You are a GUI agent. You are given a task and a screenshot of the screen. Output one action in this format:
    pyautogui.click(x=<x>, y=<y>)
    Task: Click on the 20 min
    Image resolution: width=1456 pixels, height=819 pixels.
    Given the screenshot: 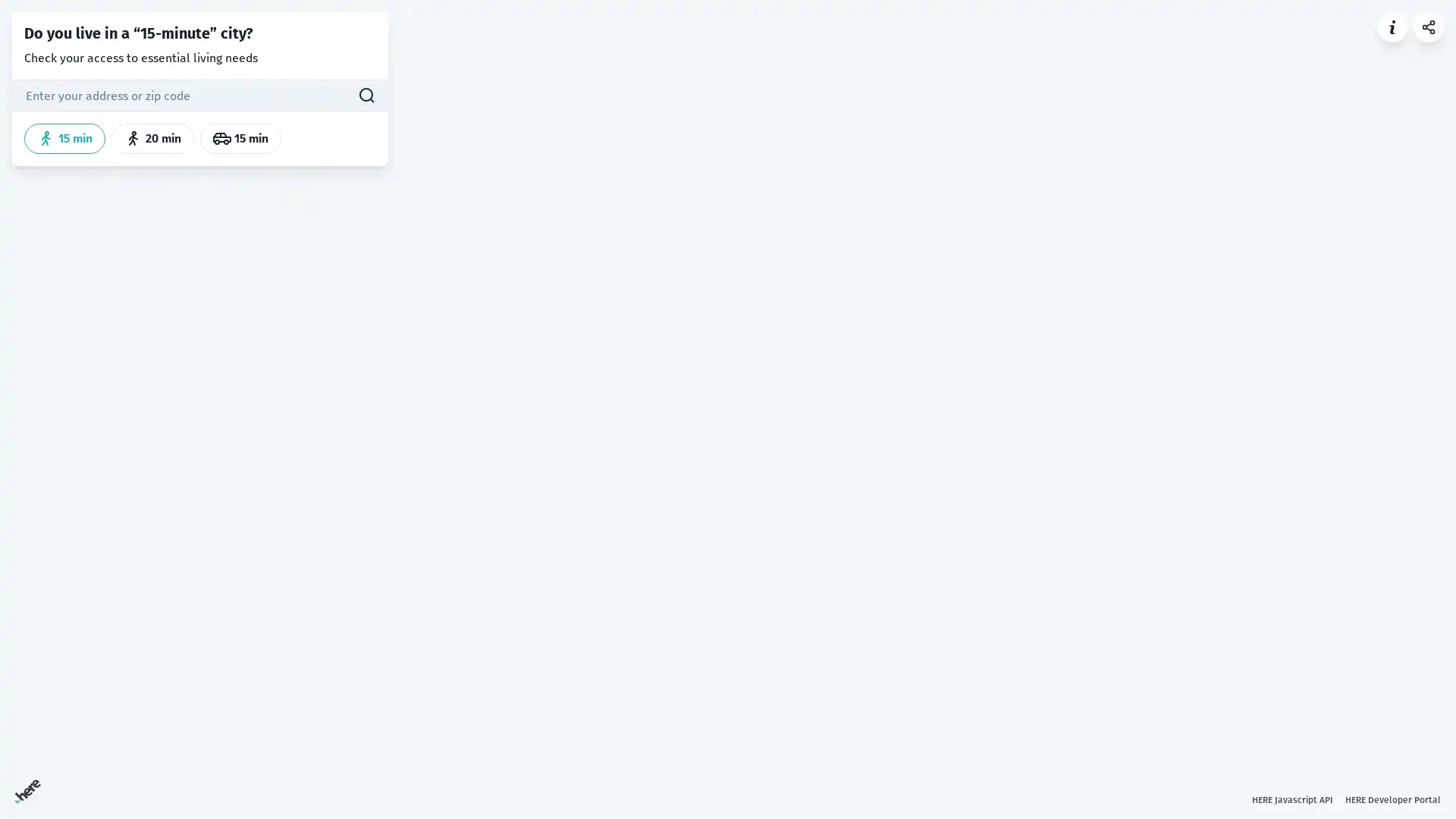 What is the action you would take?
    pyautogui.click(x=152, y=138)
    